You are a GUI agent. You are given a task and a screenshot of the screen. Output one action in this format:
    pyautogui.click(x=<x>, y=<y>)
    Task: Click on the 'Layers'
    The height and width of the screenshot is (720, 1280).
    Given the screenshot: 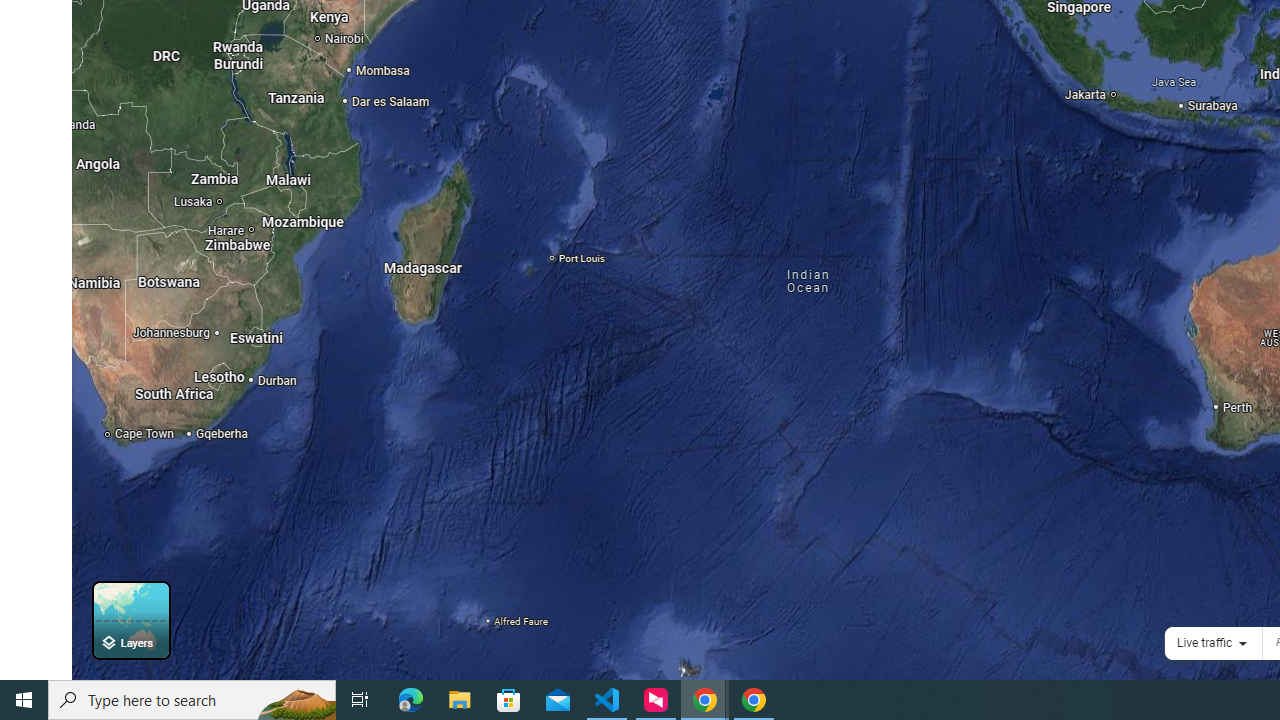 What is the action you would take?
    pyautogui.click(x=130, y=619)
    